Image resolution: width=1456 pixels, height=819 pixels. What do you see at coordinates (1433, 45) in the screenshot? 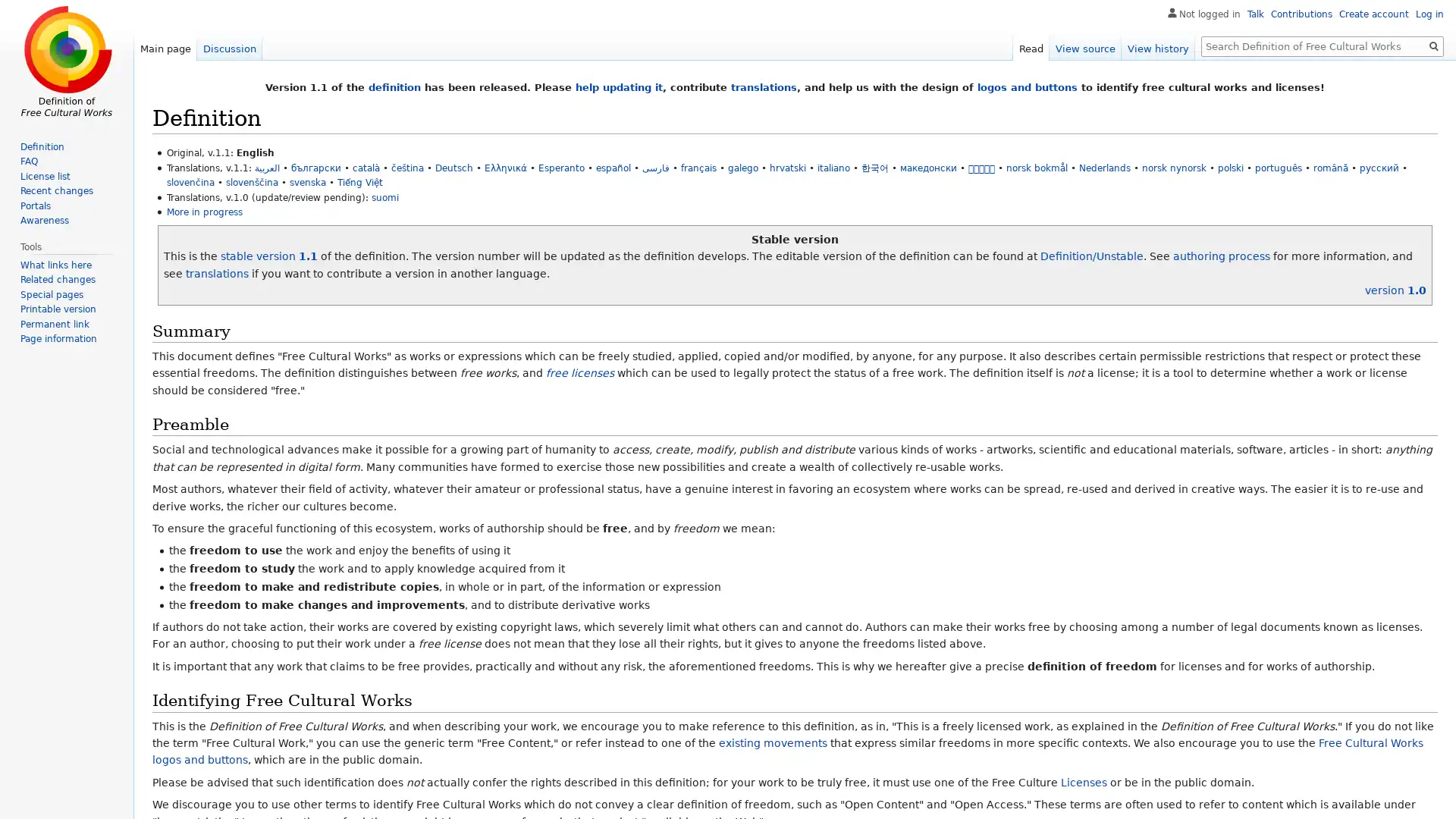
I see `Go` at bounding box center [1433, 45].